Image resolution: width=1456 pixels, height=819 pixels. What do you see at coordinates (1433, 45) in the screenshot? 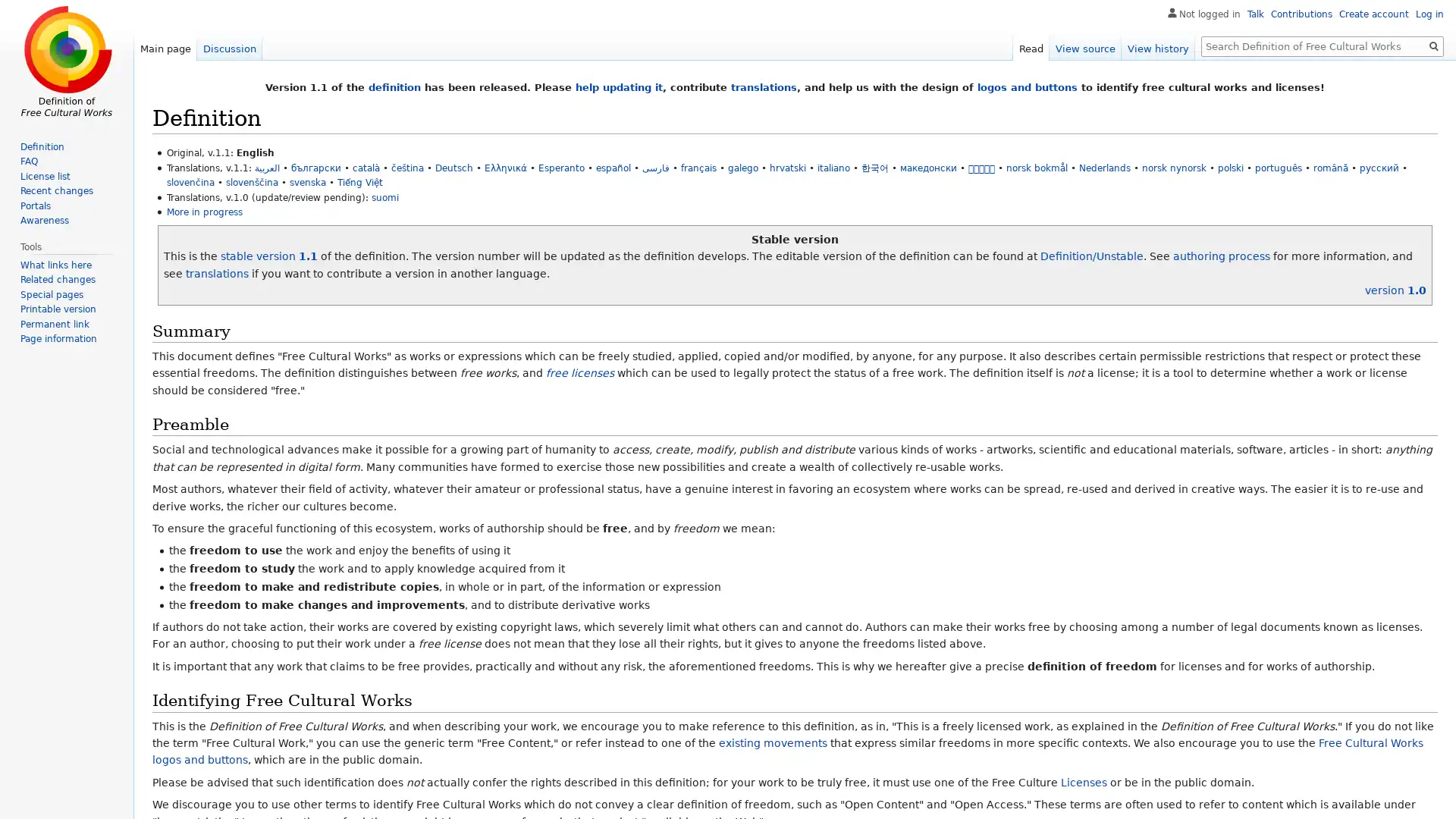
I see `Go` at bounding box center [1433, 45].